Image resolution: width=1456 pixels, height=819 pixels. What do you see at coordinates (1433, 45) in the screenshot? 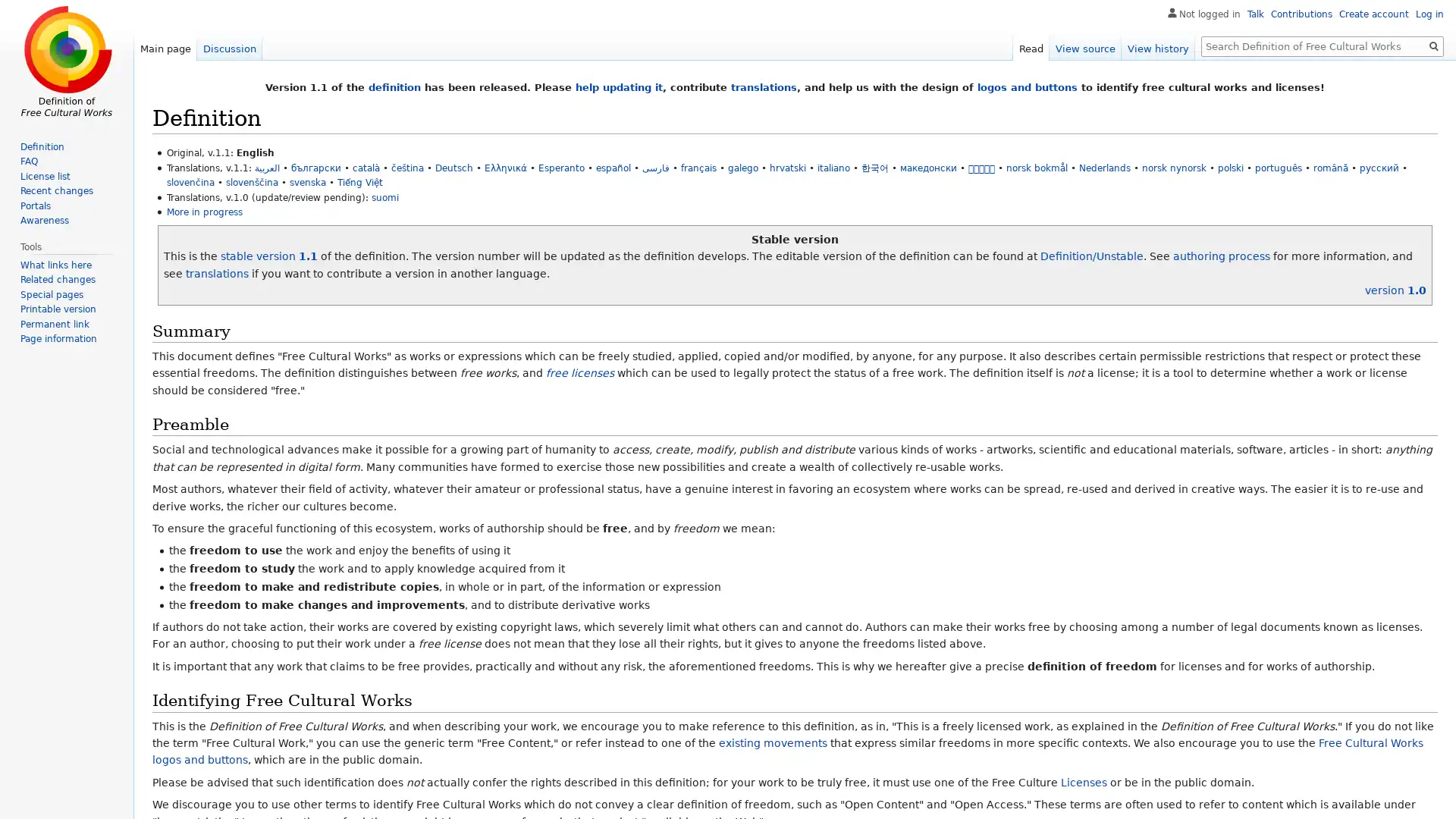
I see `Go` at bounding box center [1433, 45].